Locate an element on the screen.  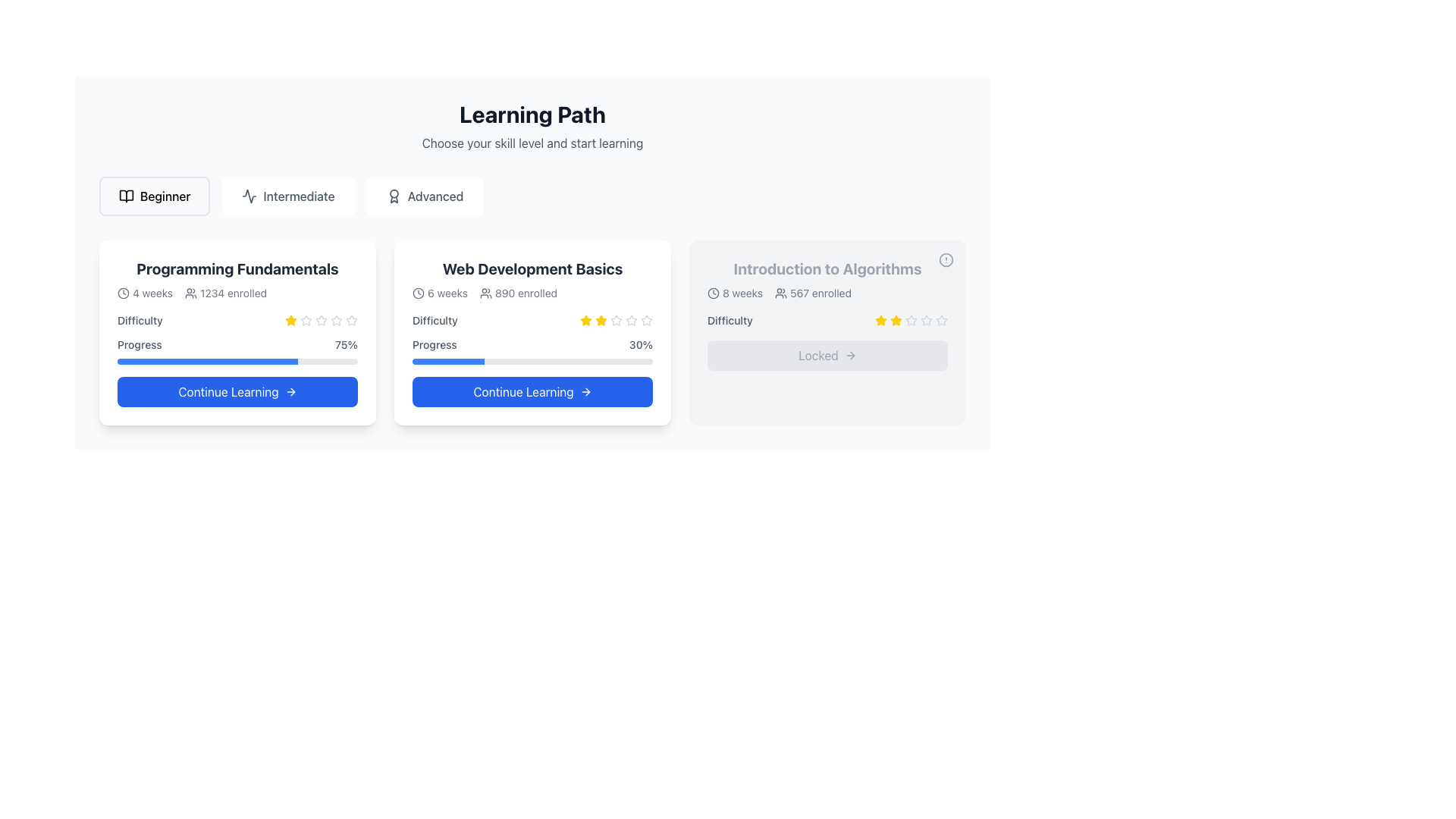
the second star icon is located at coordinates (336, 319).